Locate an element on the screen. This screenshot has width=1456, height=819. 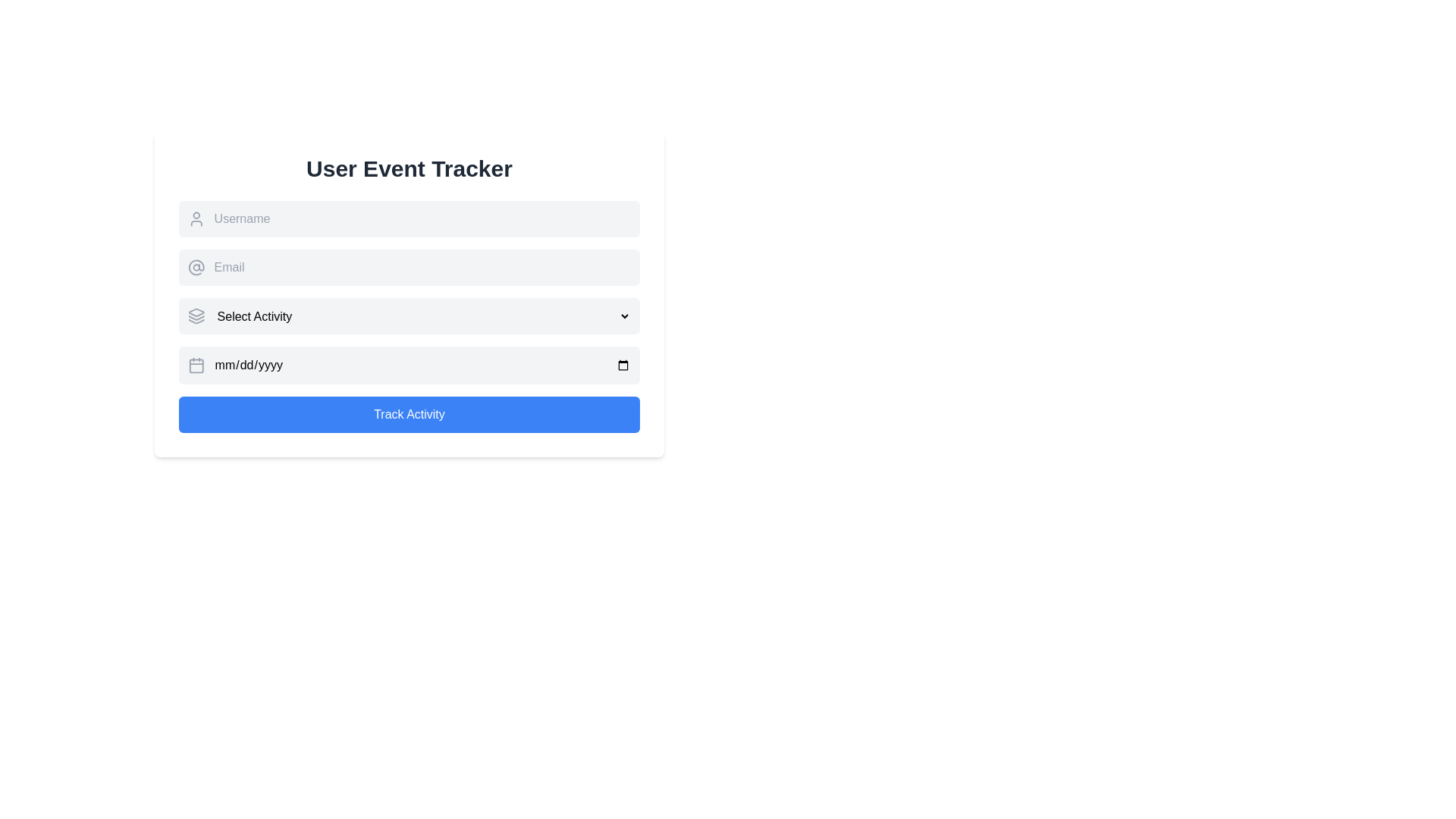
the small gray icon resembling a stack of layers, located immediately to the left of the 'Select Activity' dropdown text field is located at coordinates (196, 315).